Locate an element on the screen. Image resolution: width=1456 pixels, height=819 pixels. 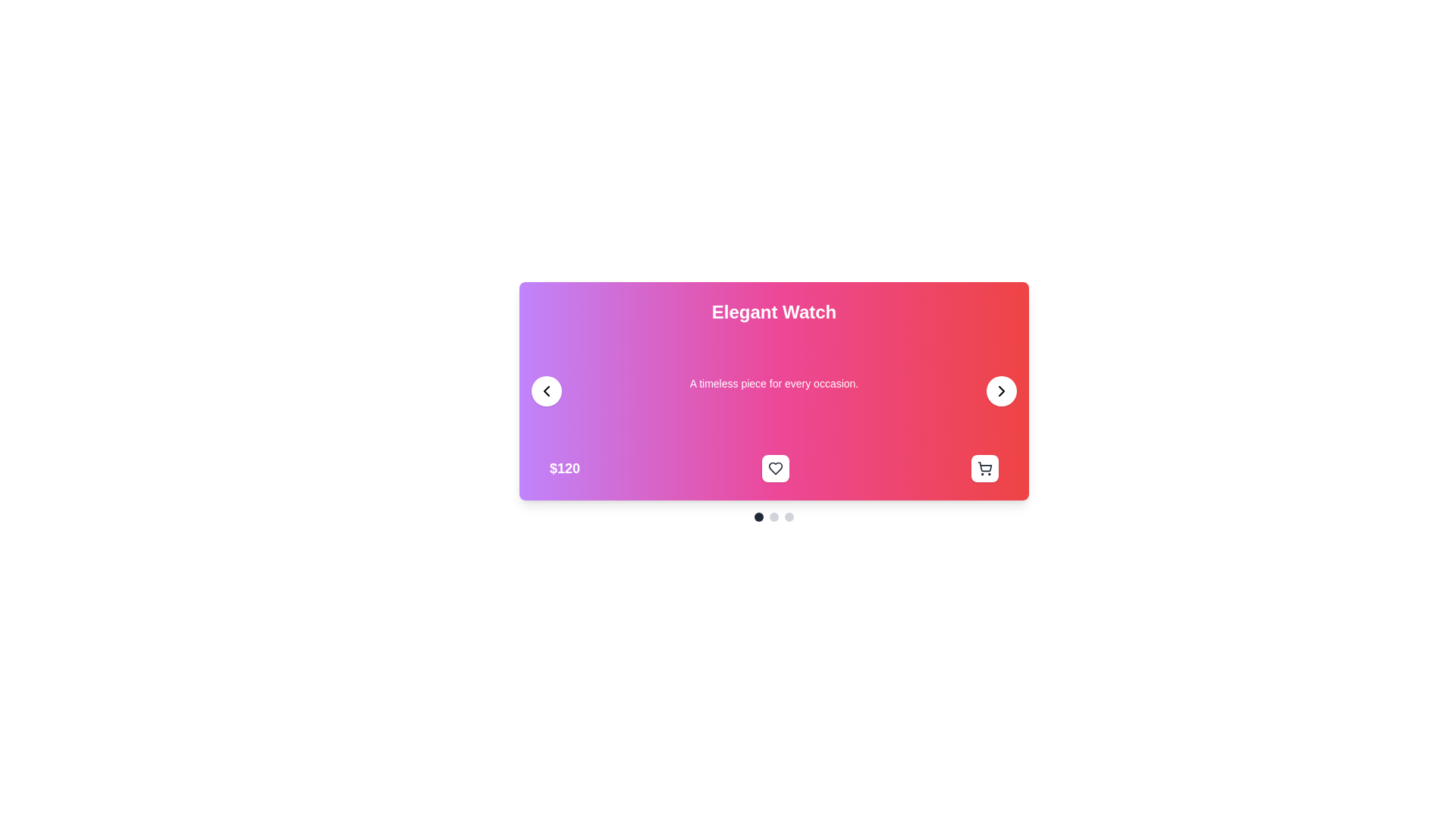
the third dot in the carousel navigation indicator is located at coordinates (789, 516).